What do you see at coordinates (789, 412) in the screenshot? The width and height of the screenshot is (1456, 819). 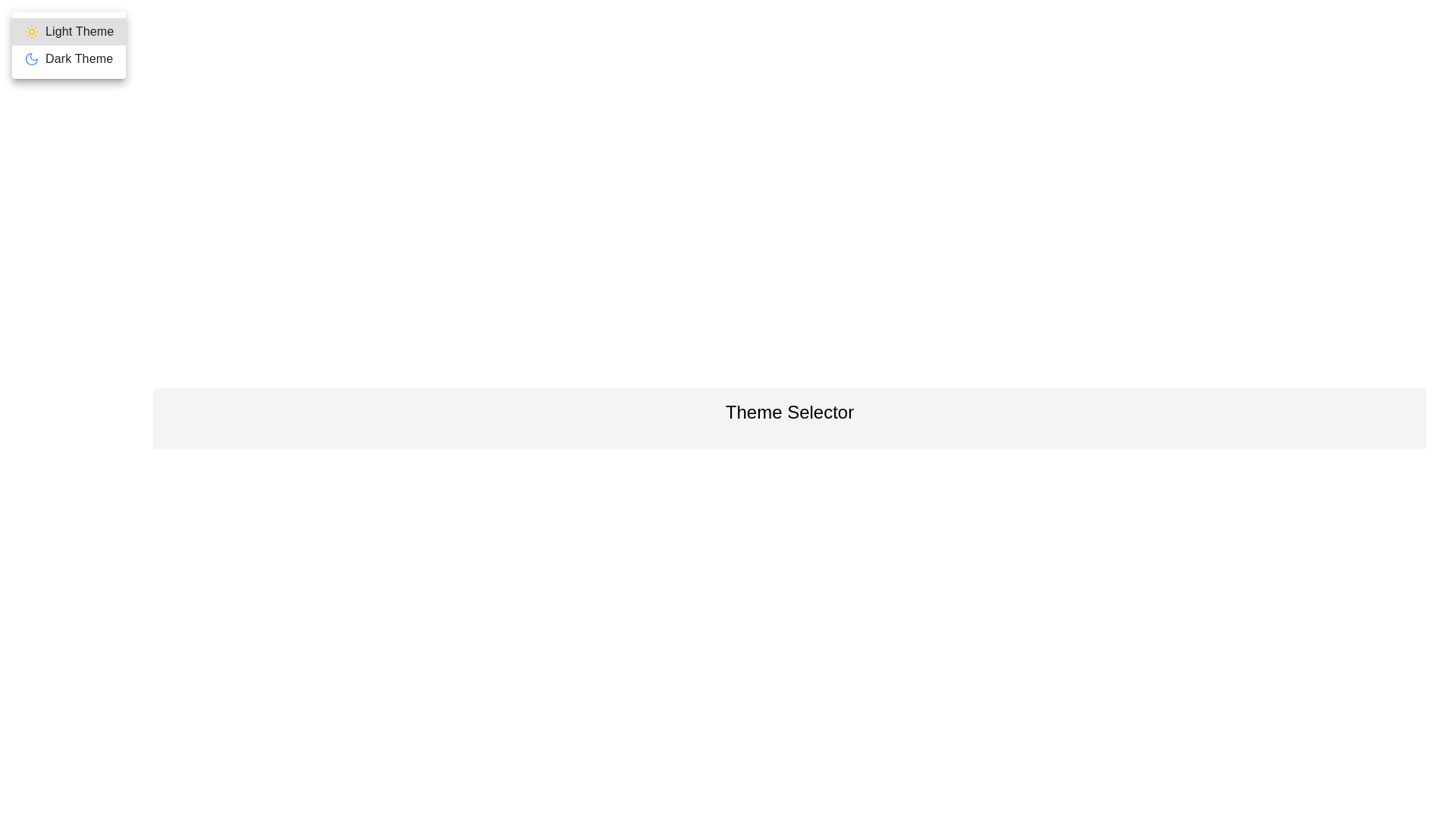 I see `the header text indicating the current context or section of the application related to theme selection` at bounding box center [789, 412].